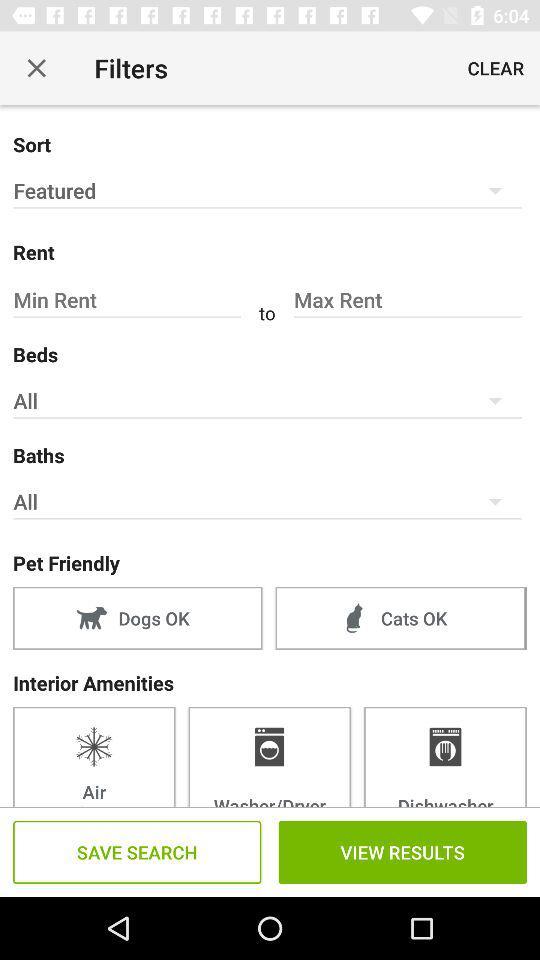 The image size is (540, 960). I want to click on washer/dryer item, so click(269, 755).